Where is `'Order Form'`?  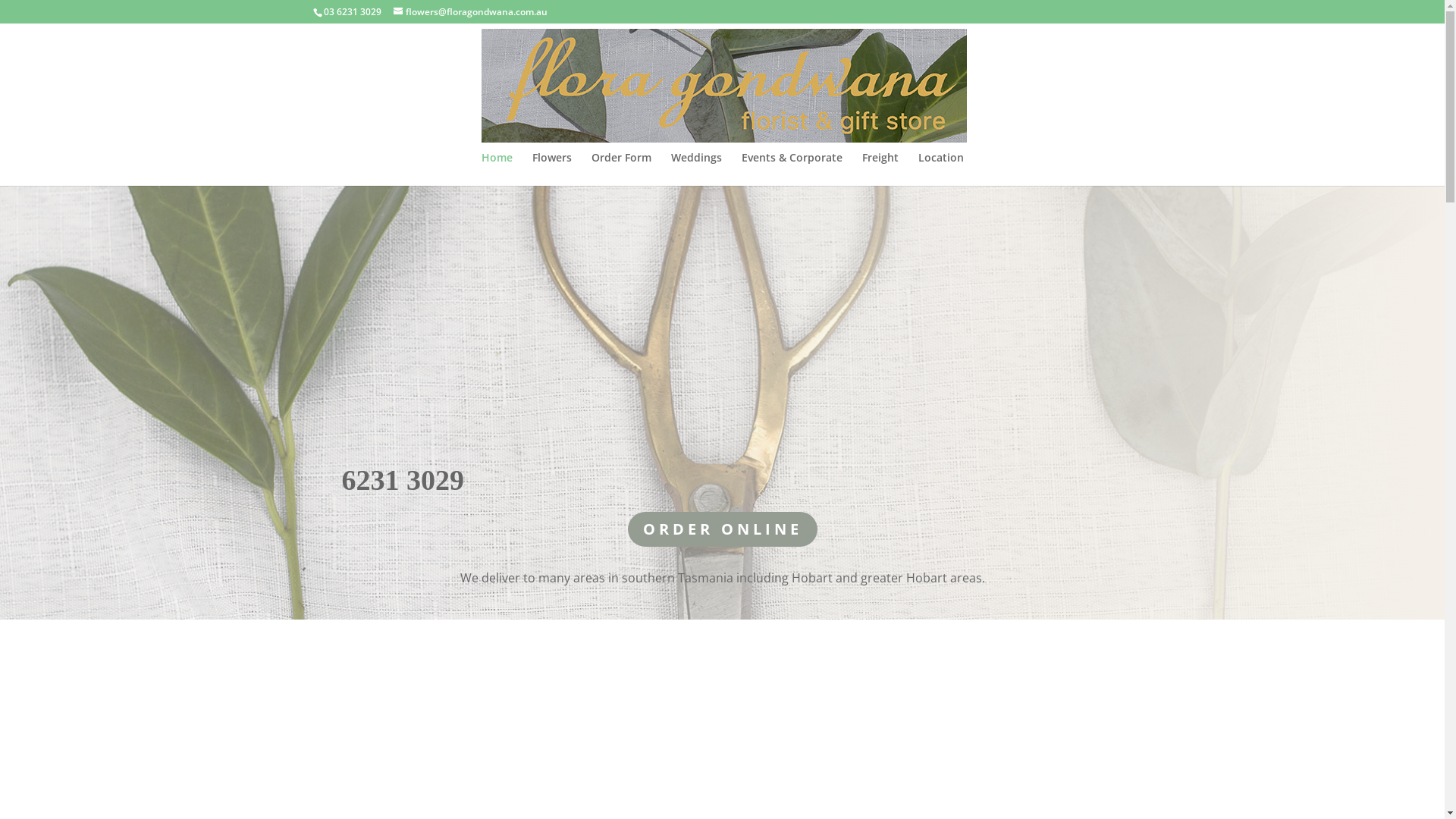
'Order Form' is located at coordinates (621, 169).